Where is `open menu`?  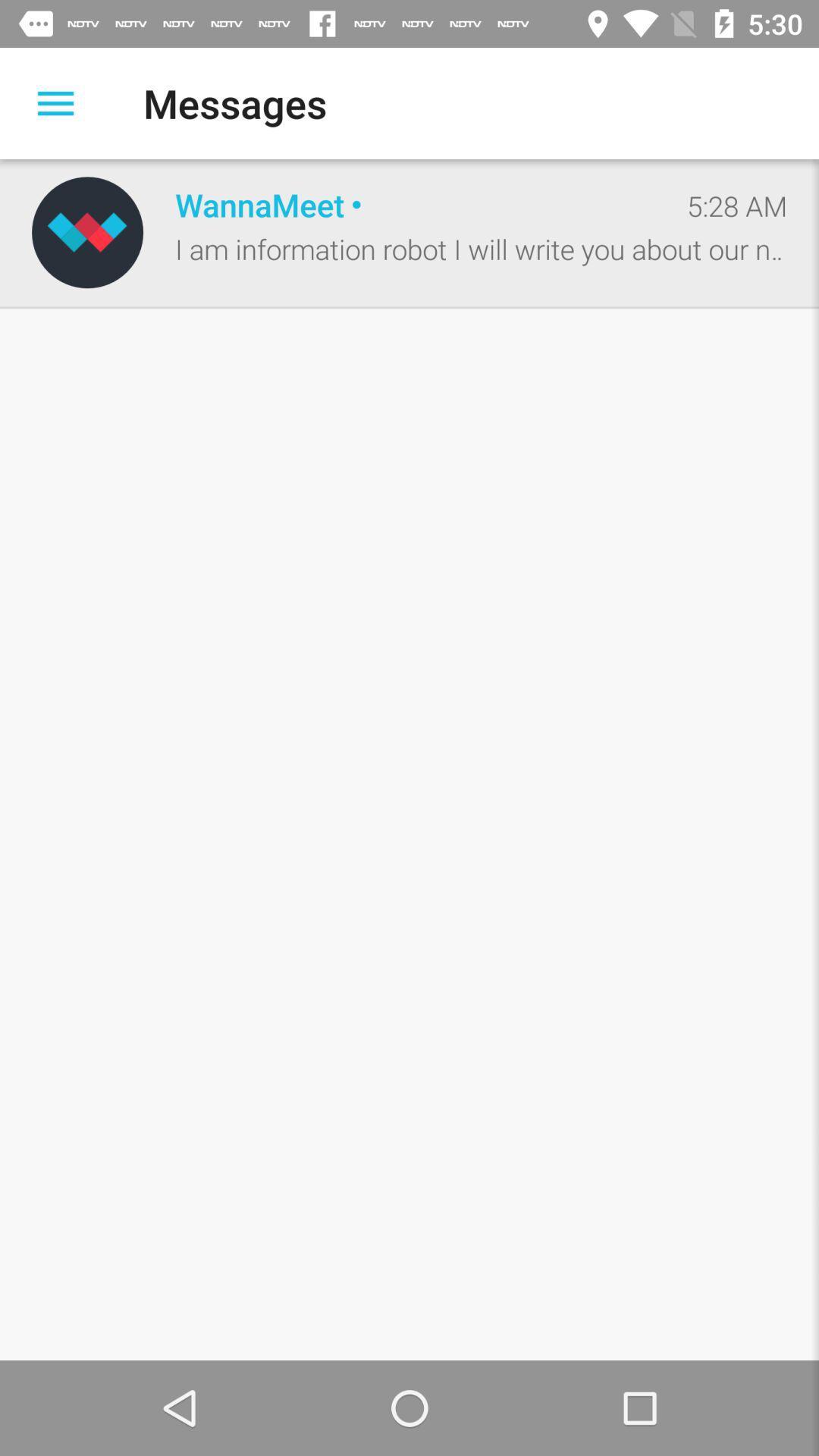 open menu is located at coordinates (55, 102).